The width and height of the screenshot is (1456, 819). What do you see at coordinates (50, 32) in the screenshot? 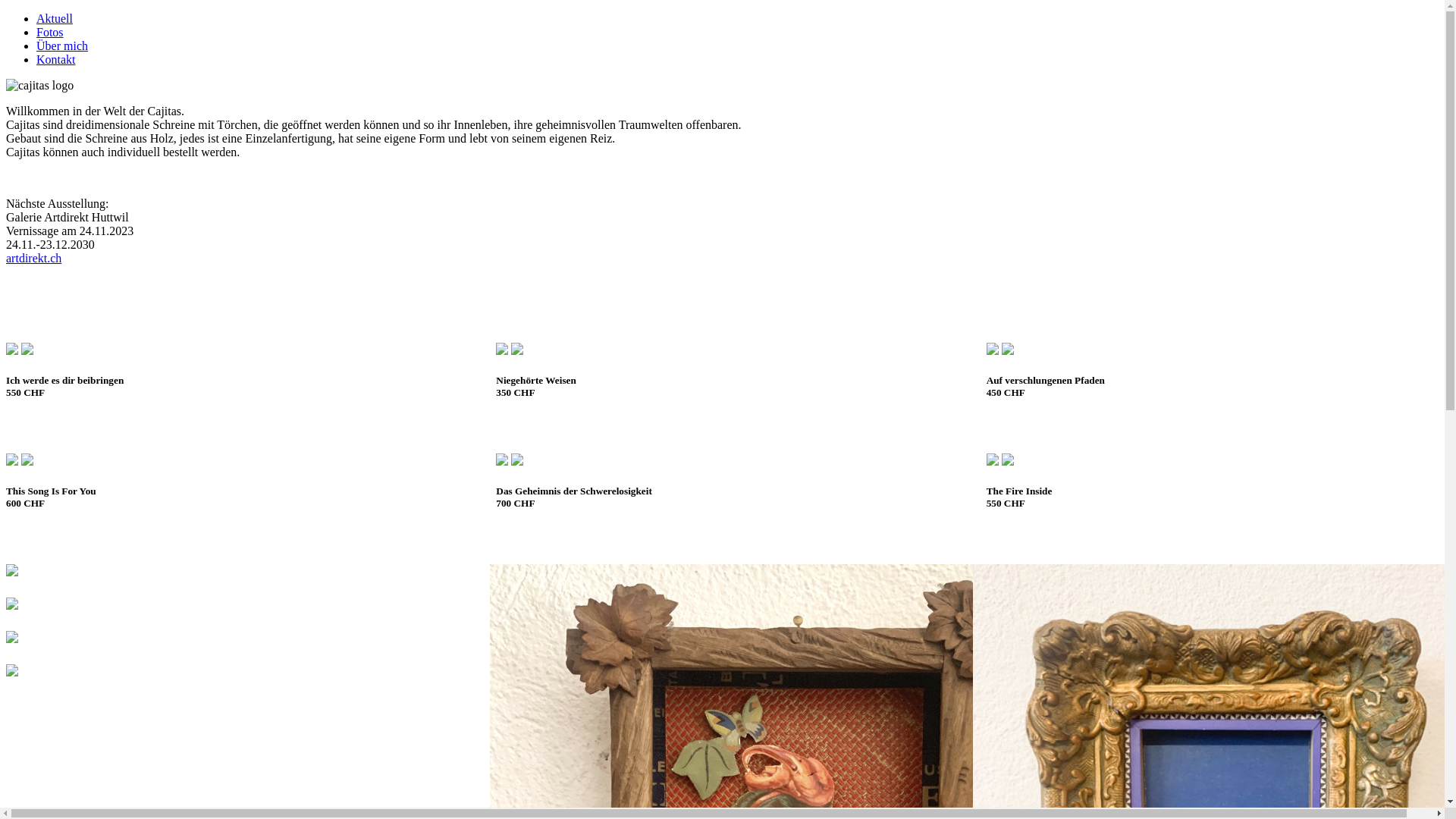
I see `'Fotos'` at bounding box center [50, 32].